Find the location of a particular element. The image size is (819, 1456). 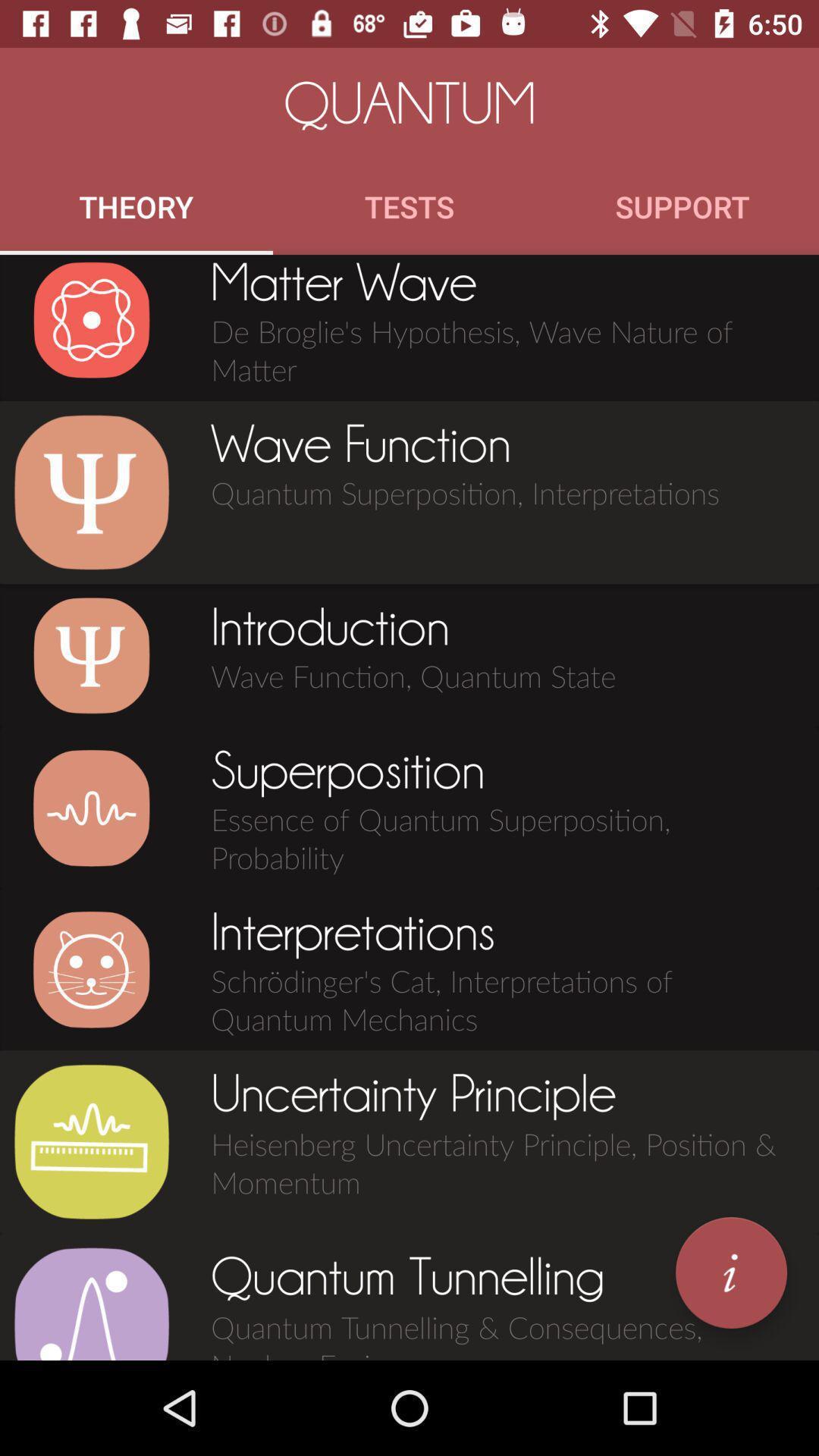

icon below the theory is located at coordinates (91, 319).